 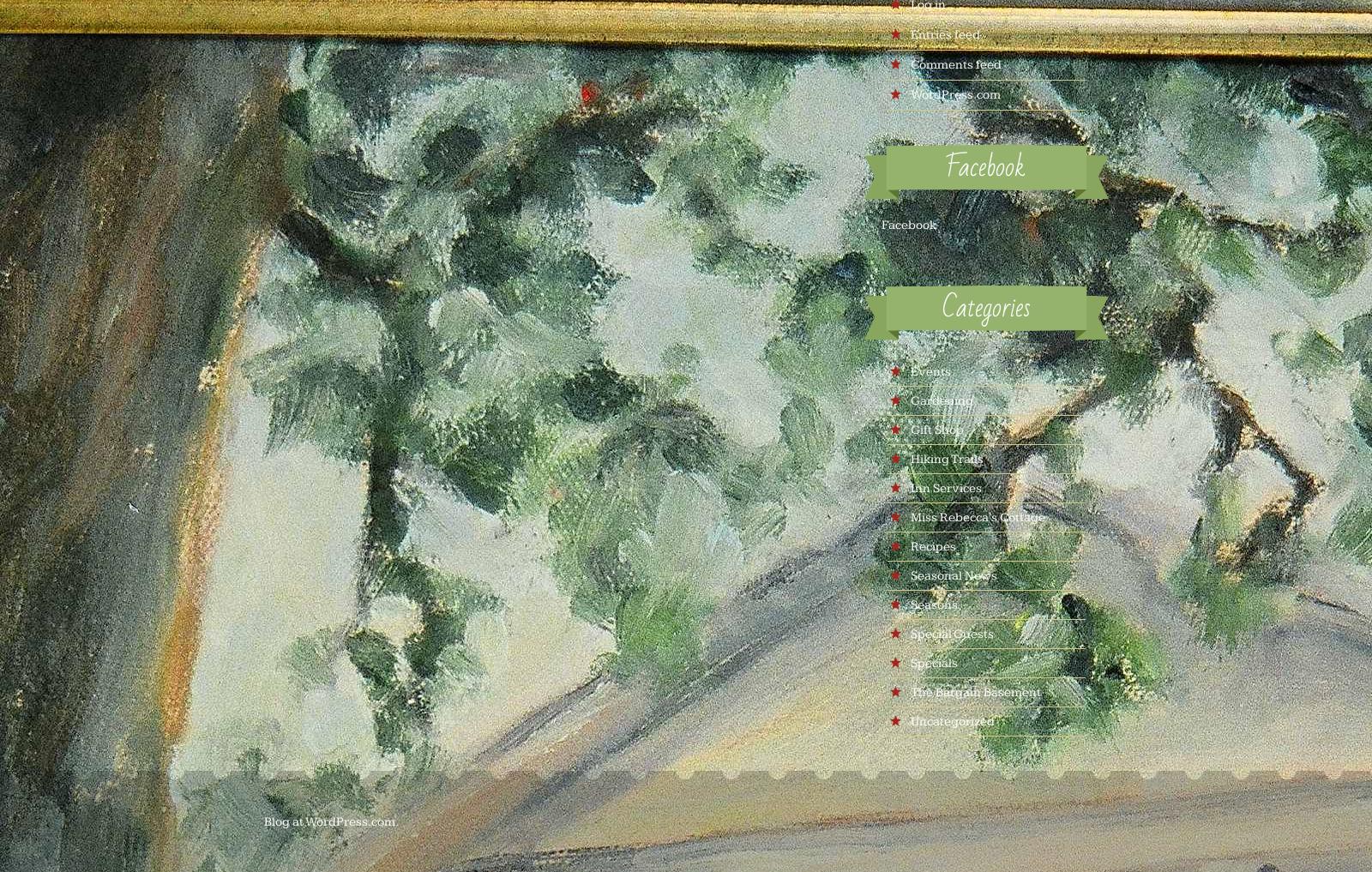 What do you see at coordinates (909, 575) in the screenshot?
I see `'Seasonal News'` at bounding box center [909, 575].